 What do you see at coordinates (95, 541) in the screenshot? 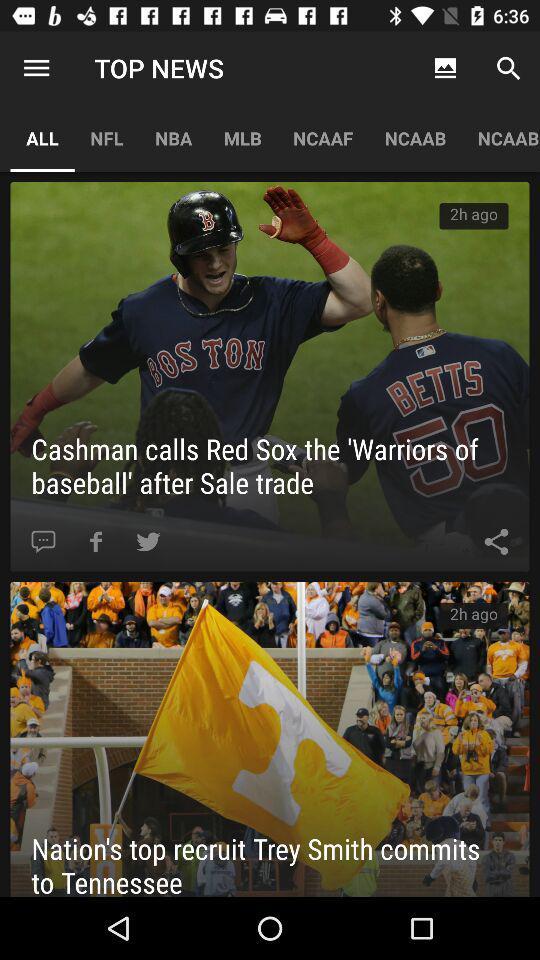
I see `the item below cashman calls red item` at bounding box center [95, 541].